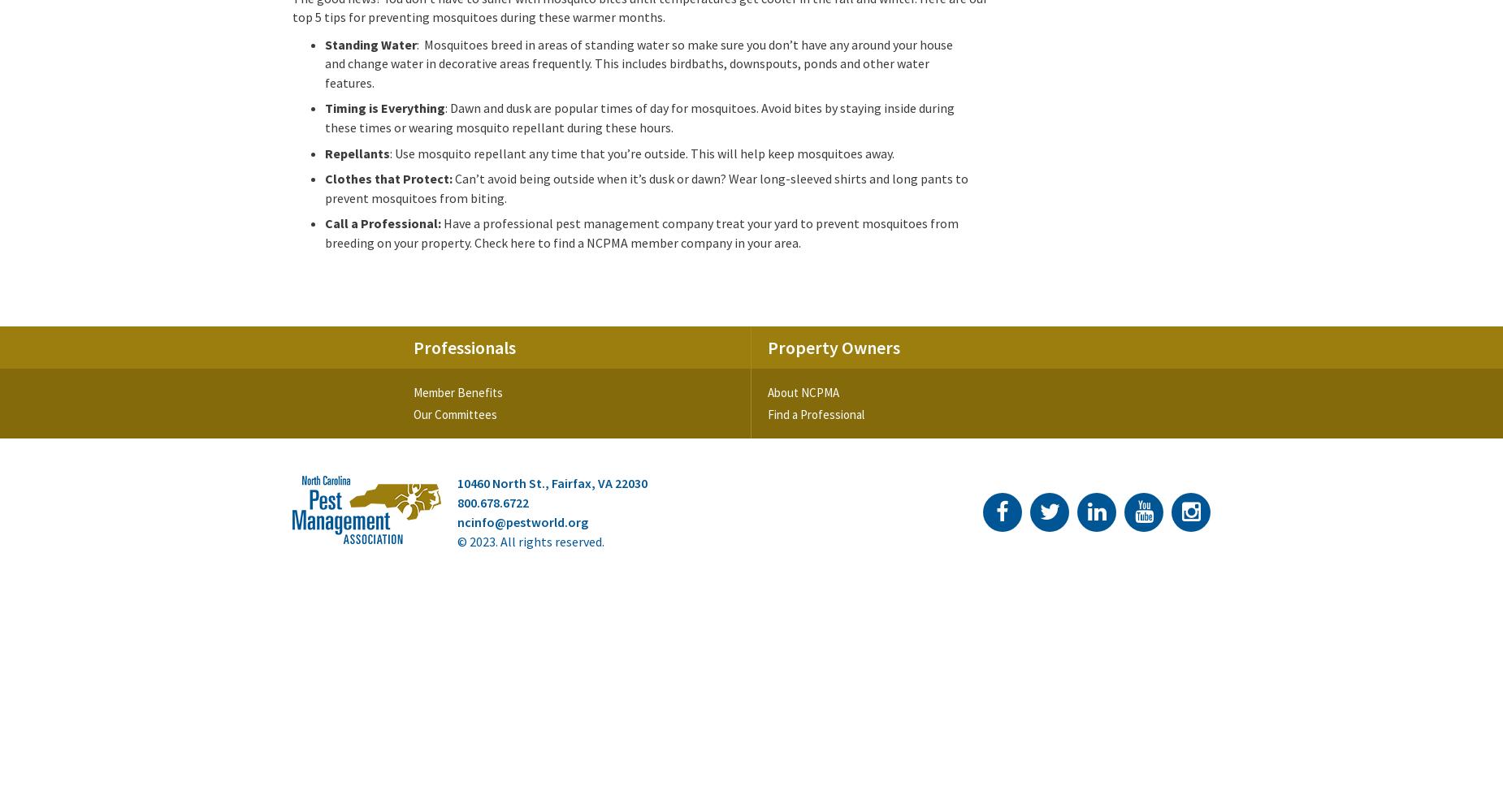 This screenshot has width=1503, height=812. Describe the element at coordinates (642, 153) in the screenshot. I see `': Use mosquito repellant any time that you’re outside. This will help keep mosquitoes away.'` at that location.